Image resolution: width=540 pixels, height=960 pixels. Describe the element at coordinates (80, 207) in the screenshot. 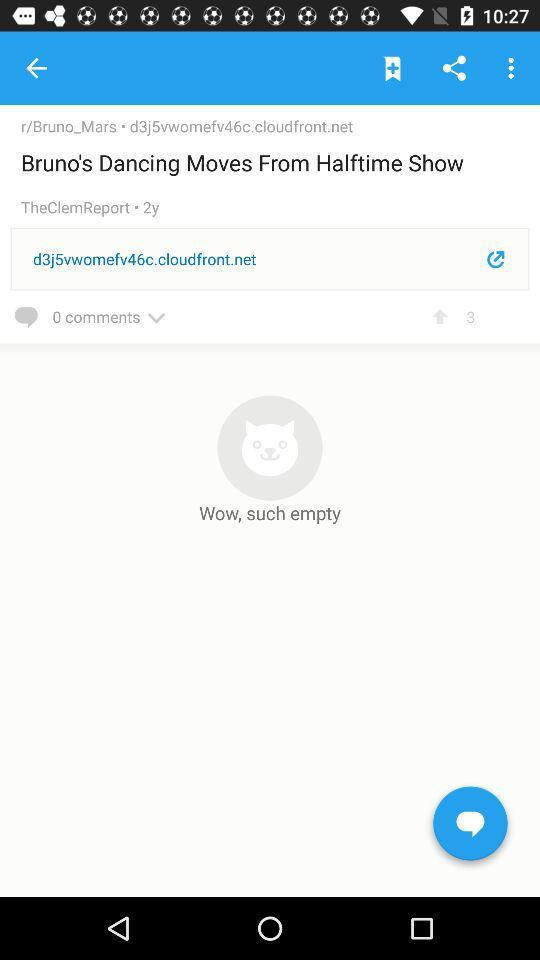

I see `the item to the left of the 2y` at that location.